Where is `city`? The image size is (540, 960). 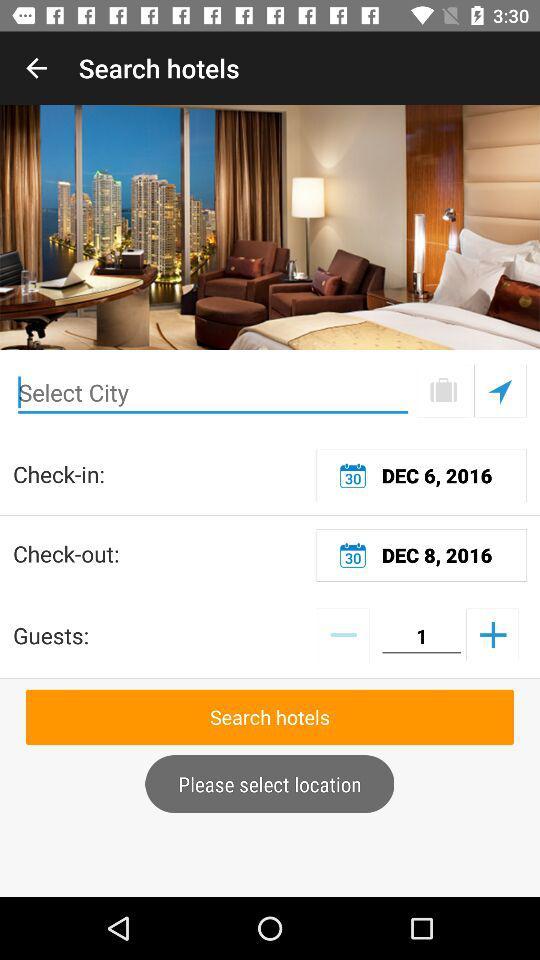 city is located at coordinates (212, 392).